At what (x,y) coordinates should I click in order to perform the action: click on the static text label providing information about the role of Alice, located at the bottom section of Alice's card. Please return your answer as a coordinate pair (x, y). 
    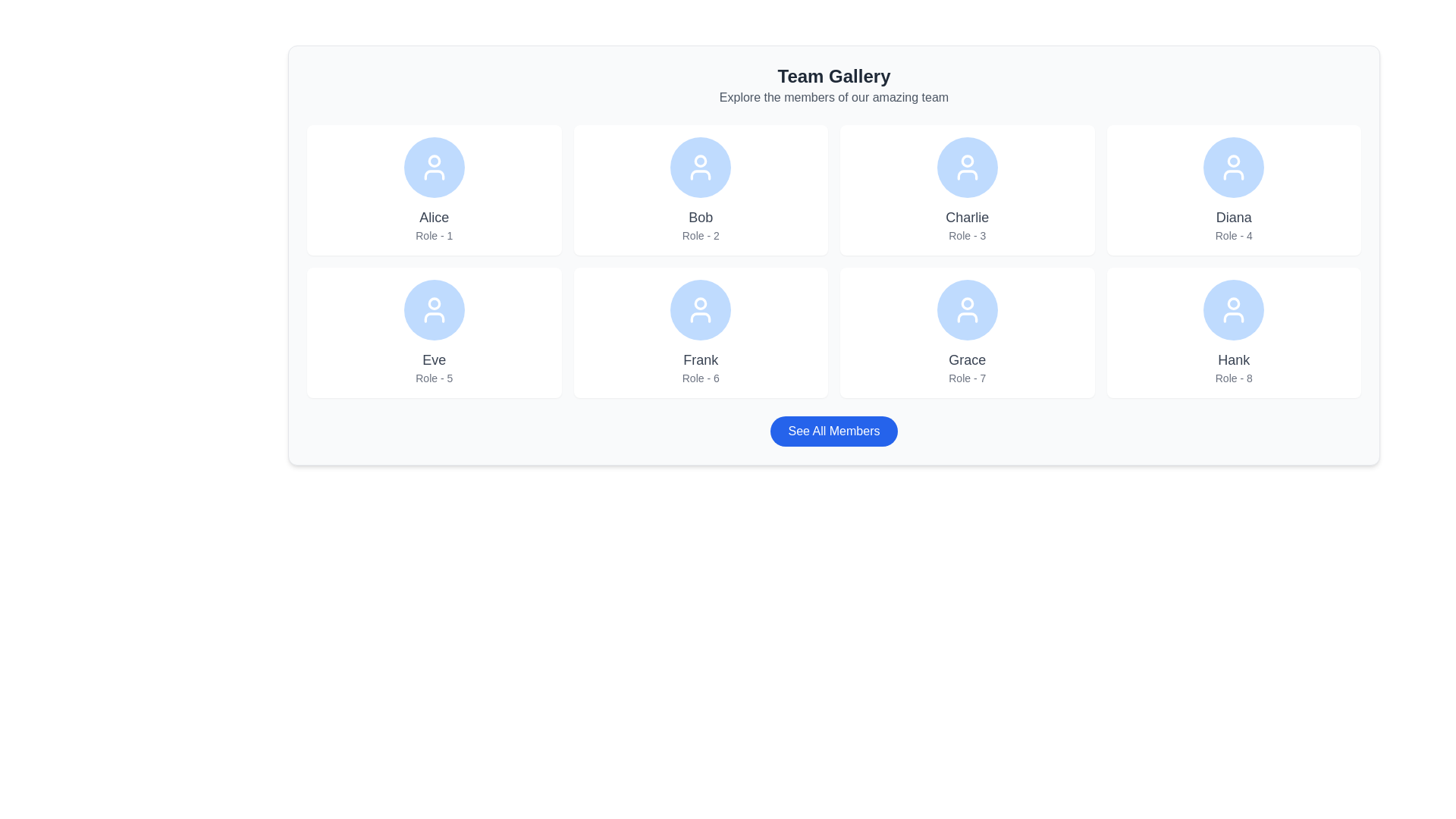
    Looking at the image, I should click on (433, 236).